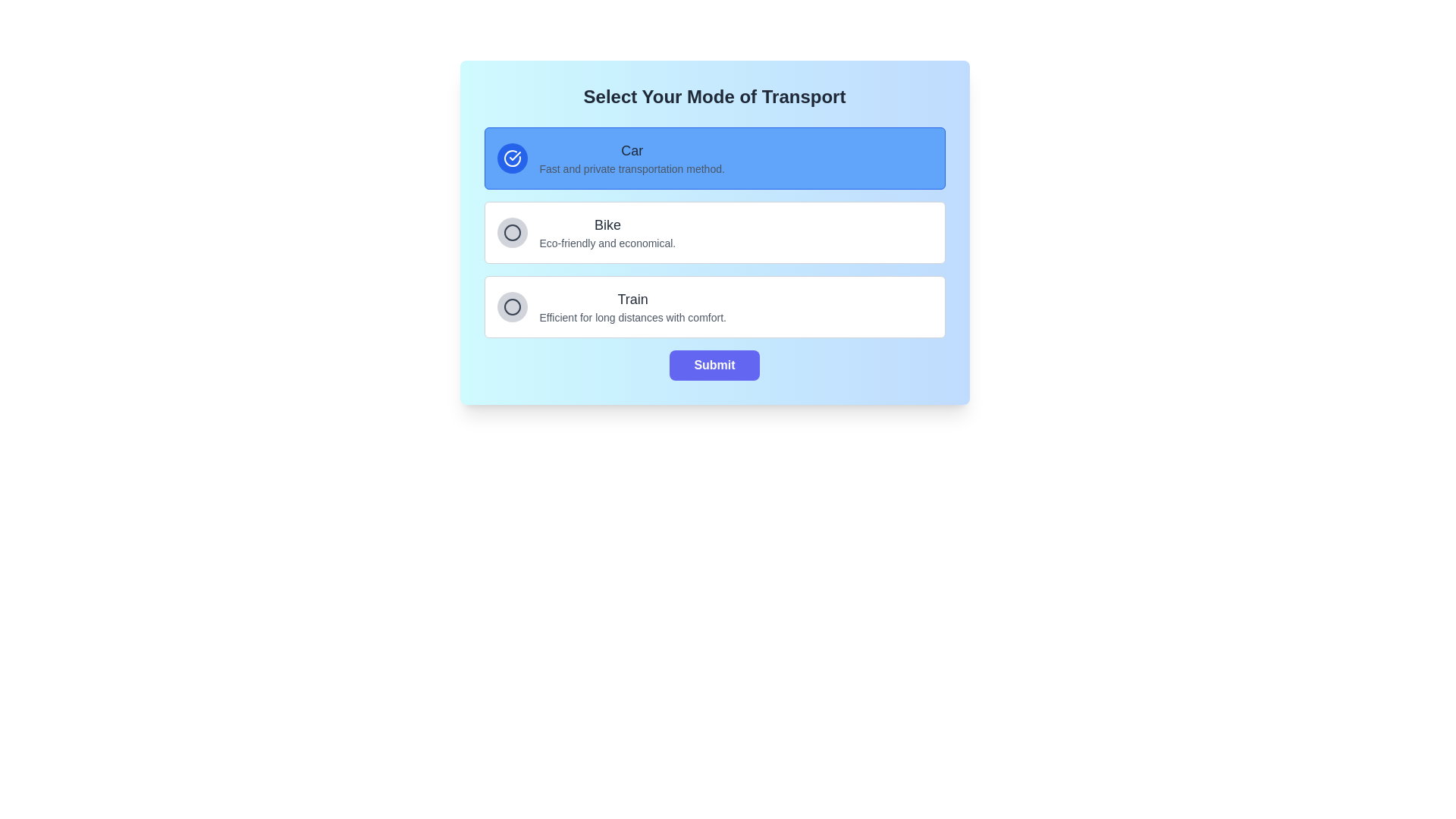 The width and height of the screenshot is (1456, 819). What do you see at coordinates (512, 233) in the screenshot?
I see `the circular icon outlined with a clean stroke that represents the 'Bike' option, located as the second icon in the vertical list of transport options` at bounding box center [512, 233].